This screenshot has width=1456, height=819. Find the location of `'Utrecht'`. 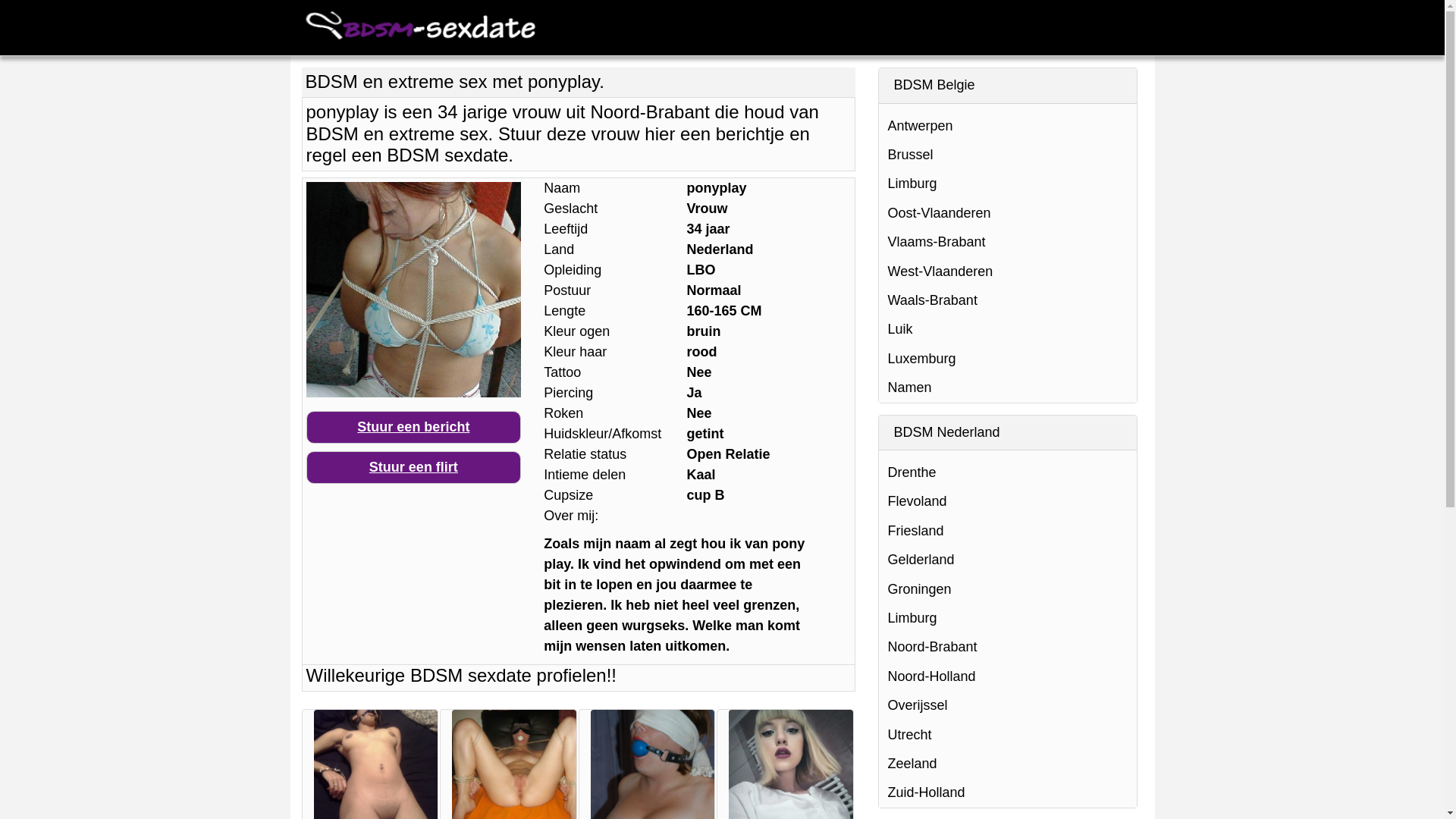

'Utrecht' is located at coordinates (1007, 733).